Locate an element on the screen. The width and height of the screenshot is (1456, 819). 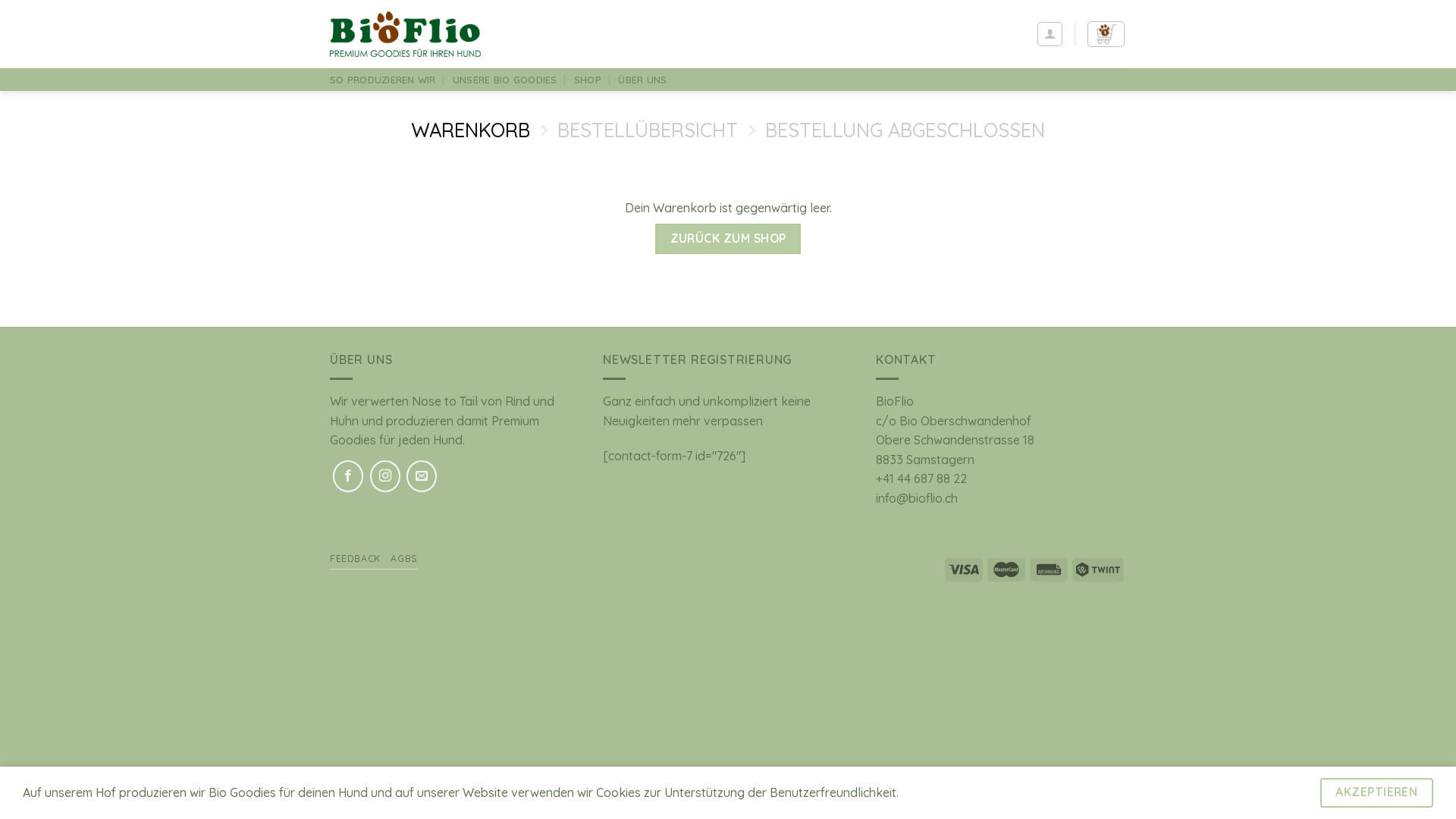
'WARENKORB' is located at coordinates (469, 129).